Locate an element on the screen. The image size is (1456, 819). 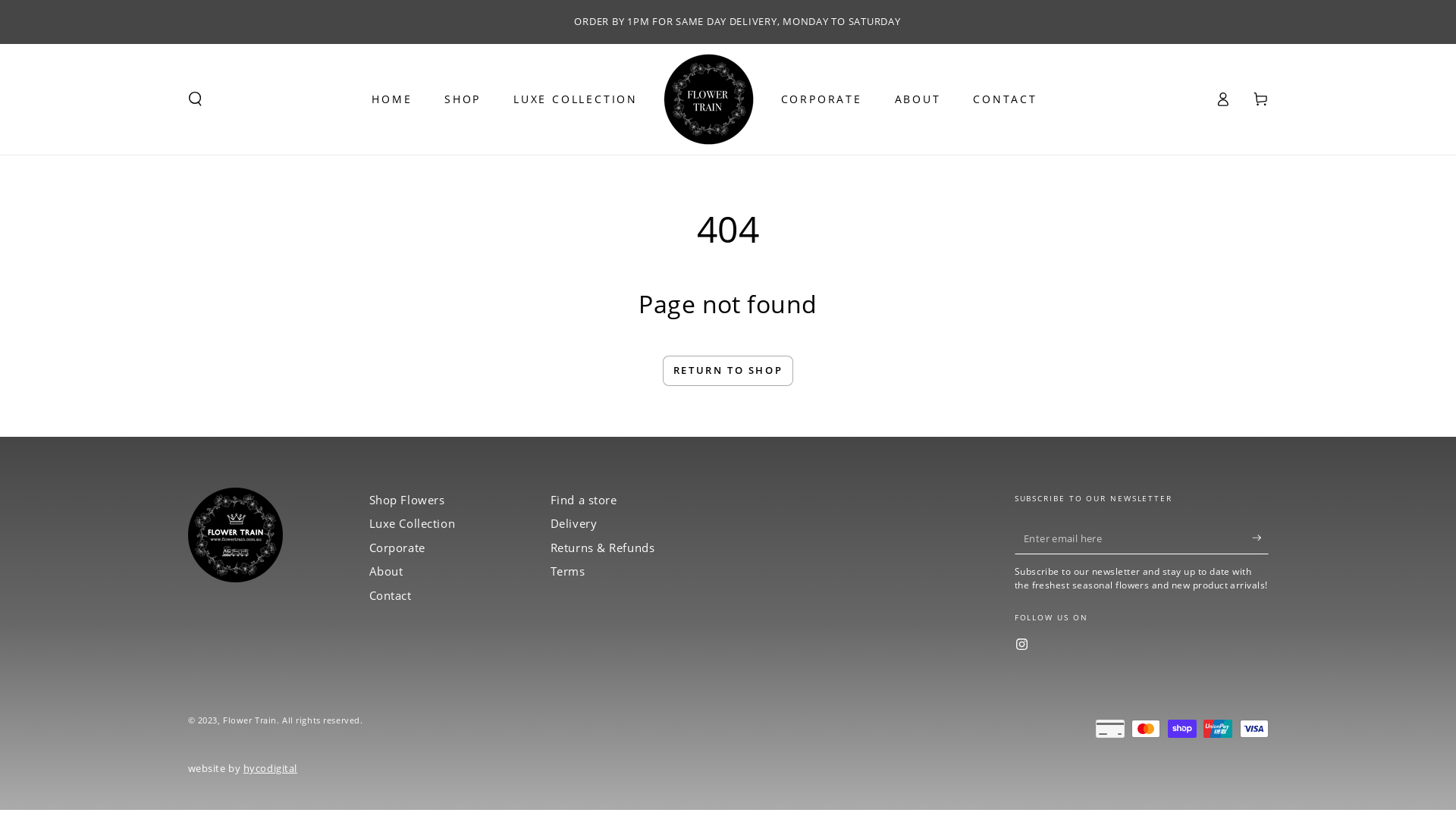
'Find a store' is located at coordinates (582, 500).